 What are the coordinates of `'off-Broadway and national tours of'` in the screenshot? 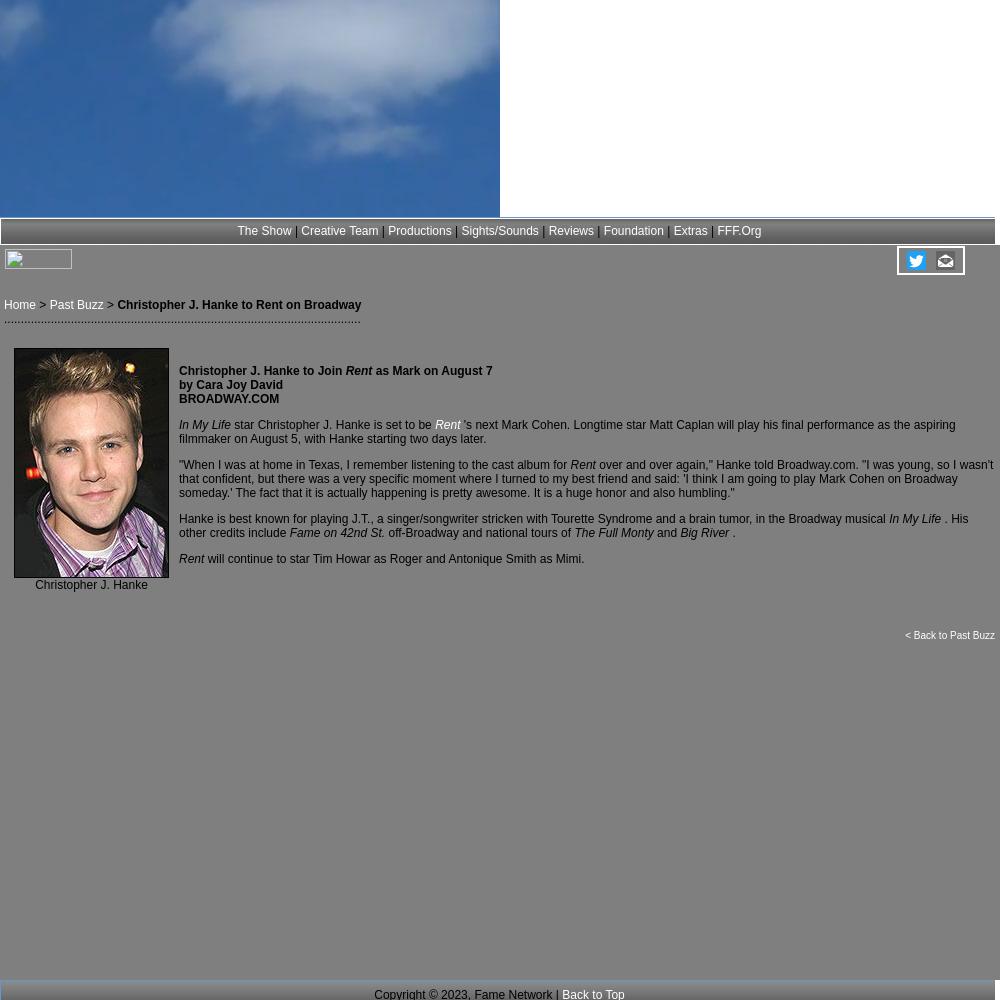 It's located at (480, 533).